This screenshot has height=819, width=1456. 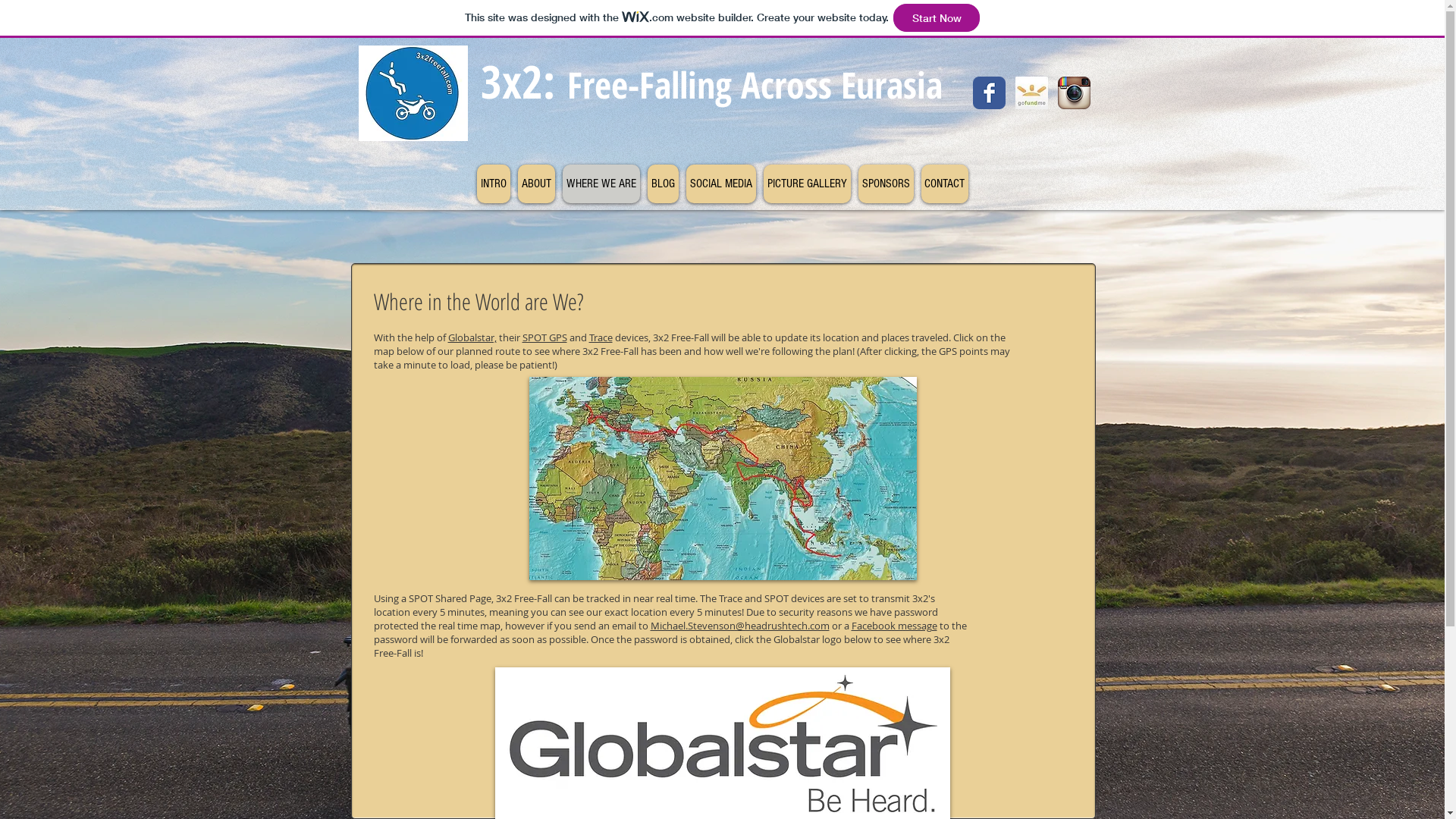 What do you see at coordinates (886, 183) in the screenshot?
I see `'SPONSORS'` at bounding box center [886, 183].